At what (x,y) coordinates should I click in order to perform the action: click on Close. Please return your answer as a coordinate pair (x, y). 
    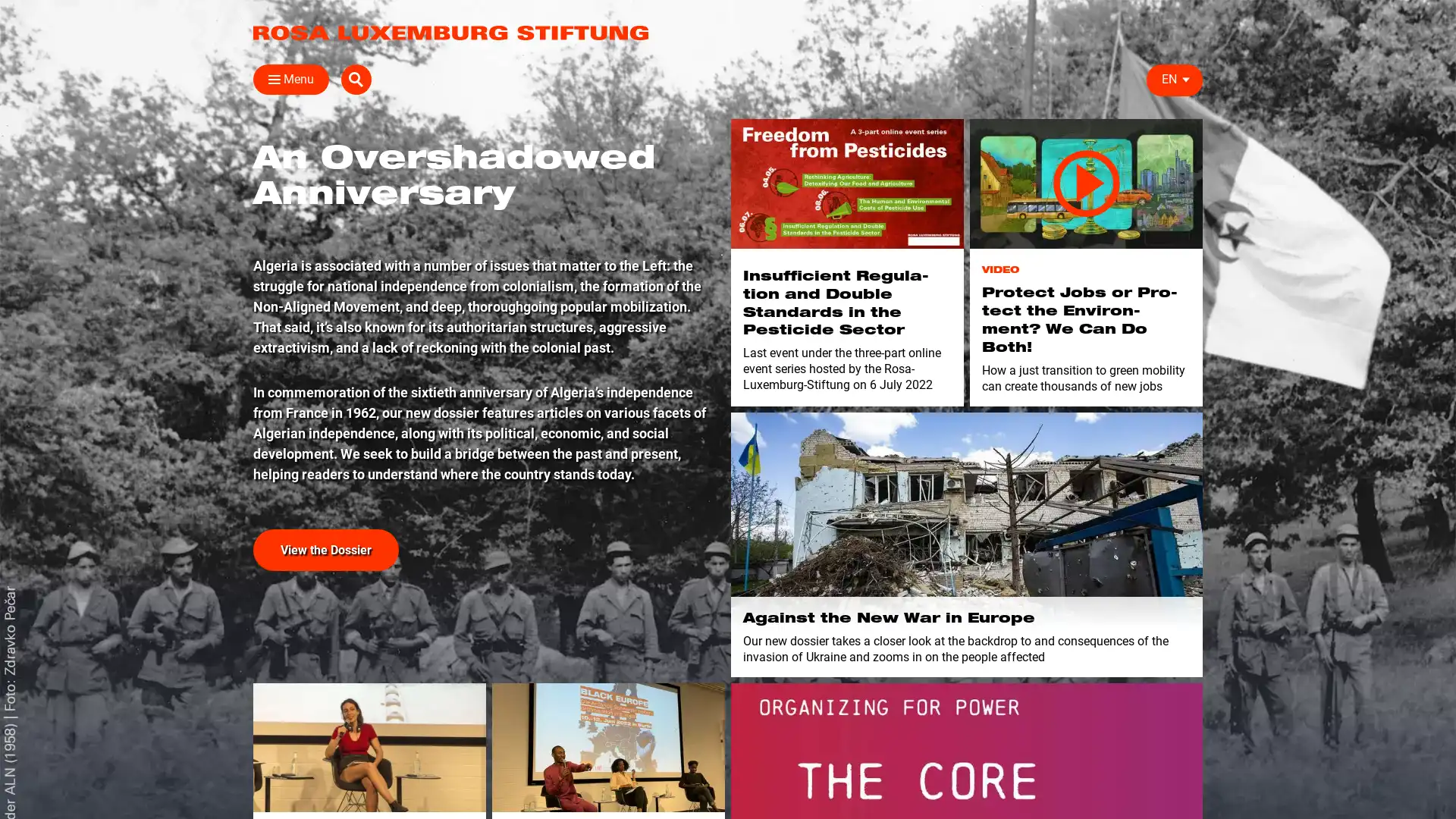
    Looking at the image, I should click on (1185, 111).